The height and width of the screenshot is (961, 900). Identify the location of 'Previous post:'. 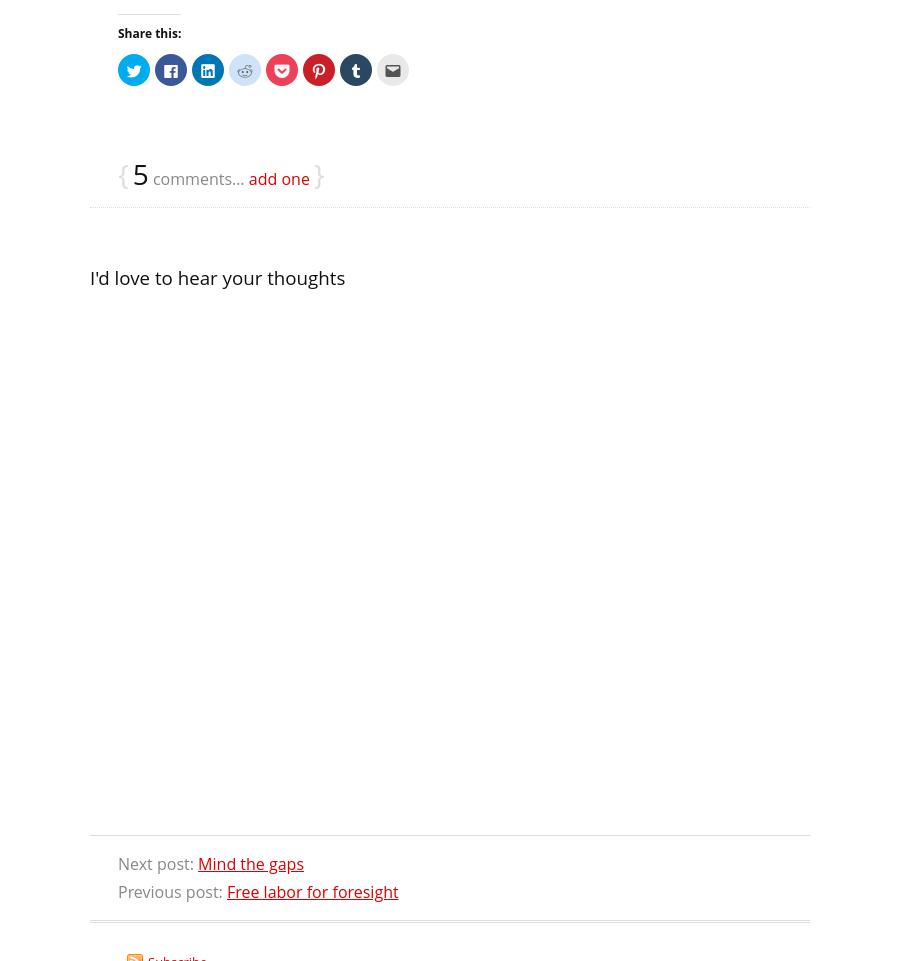
(172, 891).